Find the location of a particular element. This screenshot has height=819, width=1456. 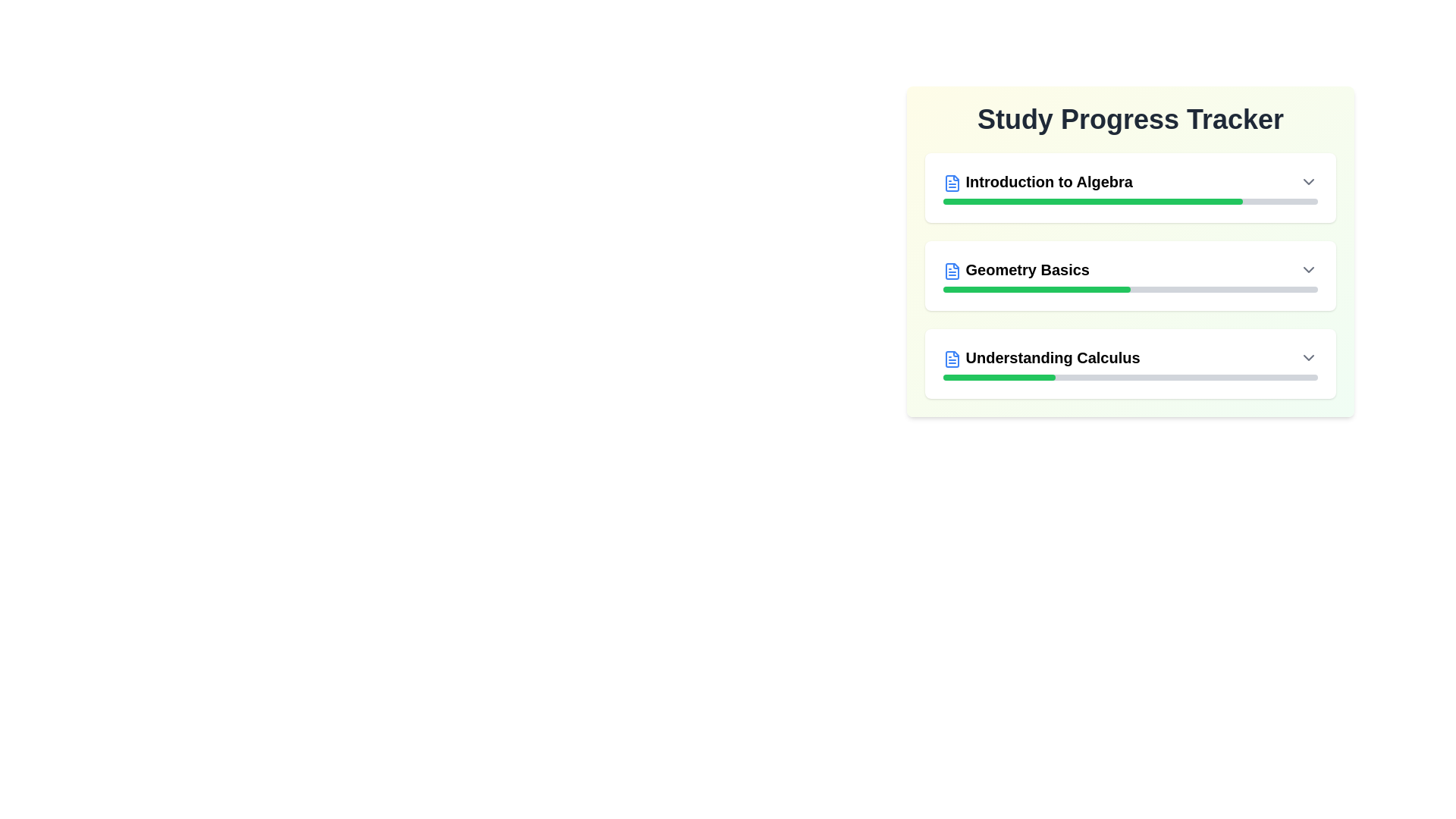

the first progress bar located at the bottom of the 'Introduction to Algebra' card, which visually represents the completion state of that section is located at coordinates (1131, 201).